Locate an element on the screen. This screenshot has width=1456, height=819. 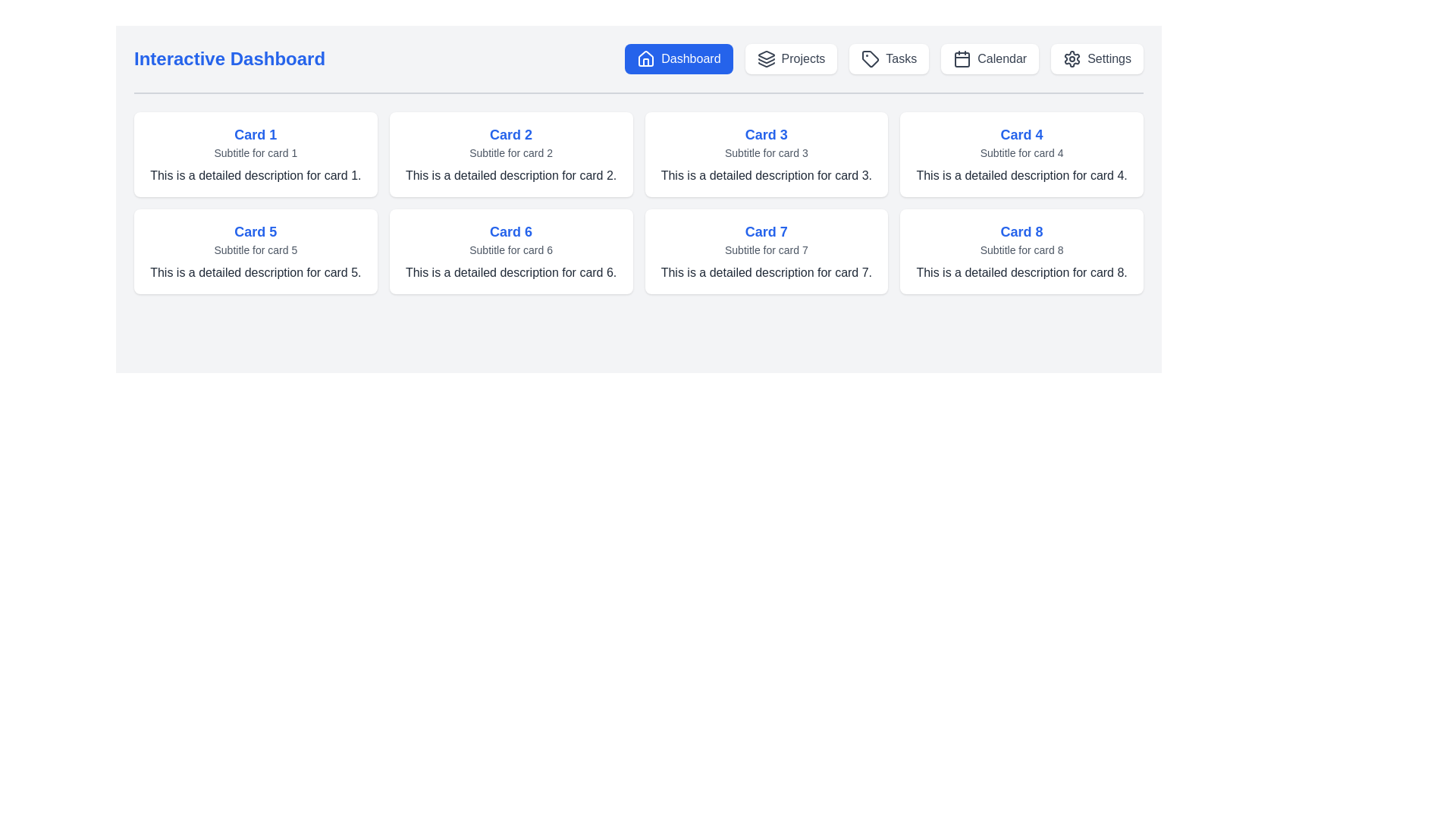
the 'Tasks' text label in gray font color located in the navigation bar next to the tag icon is located at coordinates (901, 58).